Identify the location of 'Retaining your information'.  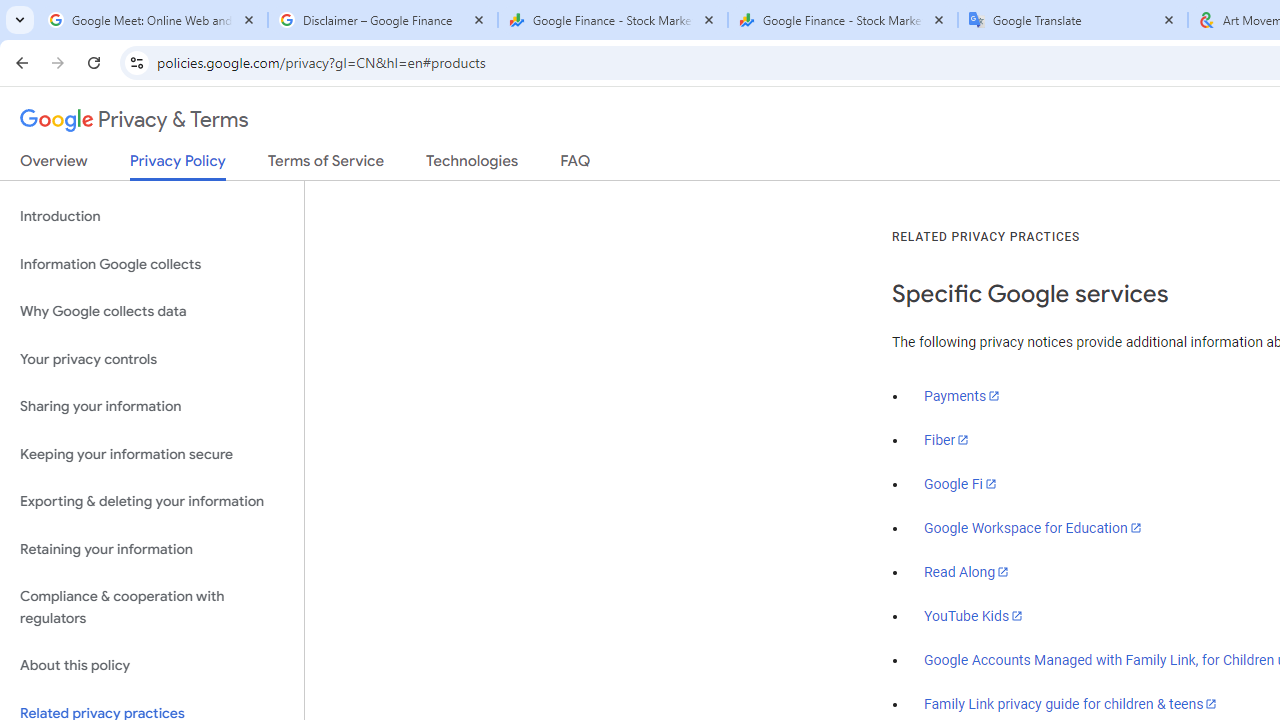
(151, 549).